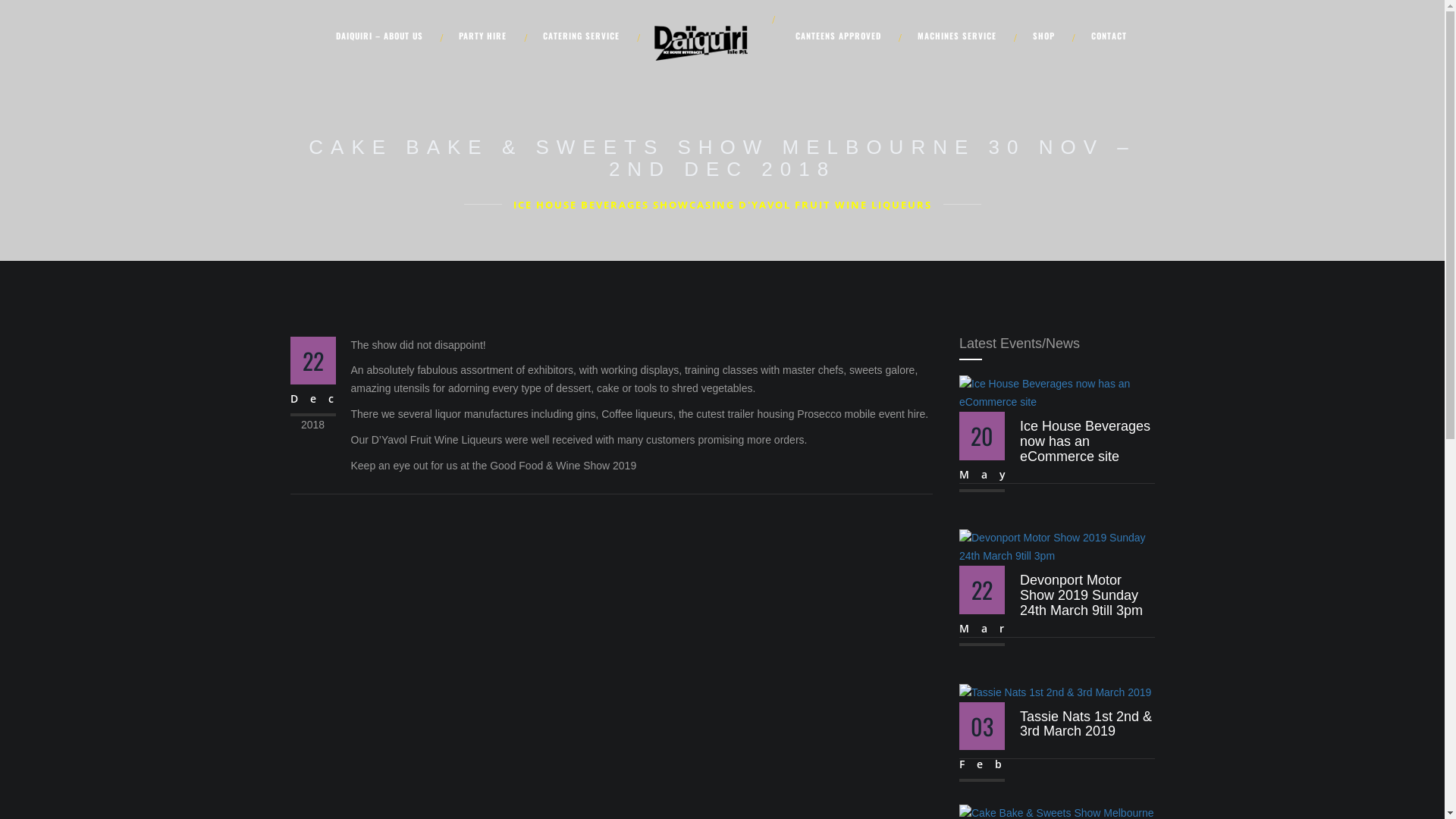  What do you see at coordinates (959, 35) in the screenshot?
I see `'MACHINES SERVICE'` at bounding box center [959, 35].